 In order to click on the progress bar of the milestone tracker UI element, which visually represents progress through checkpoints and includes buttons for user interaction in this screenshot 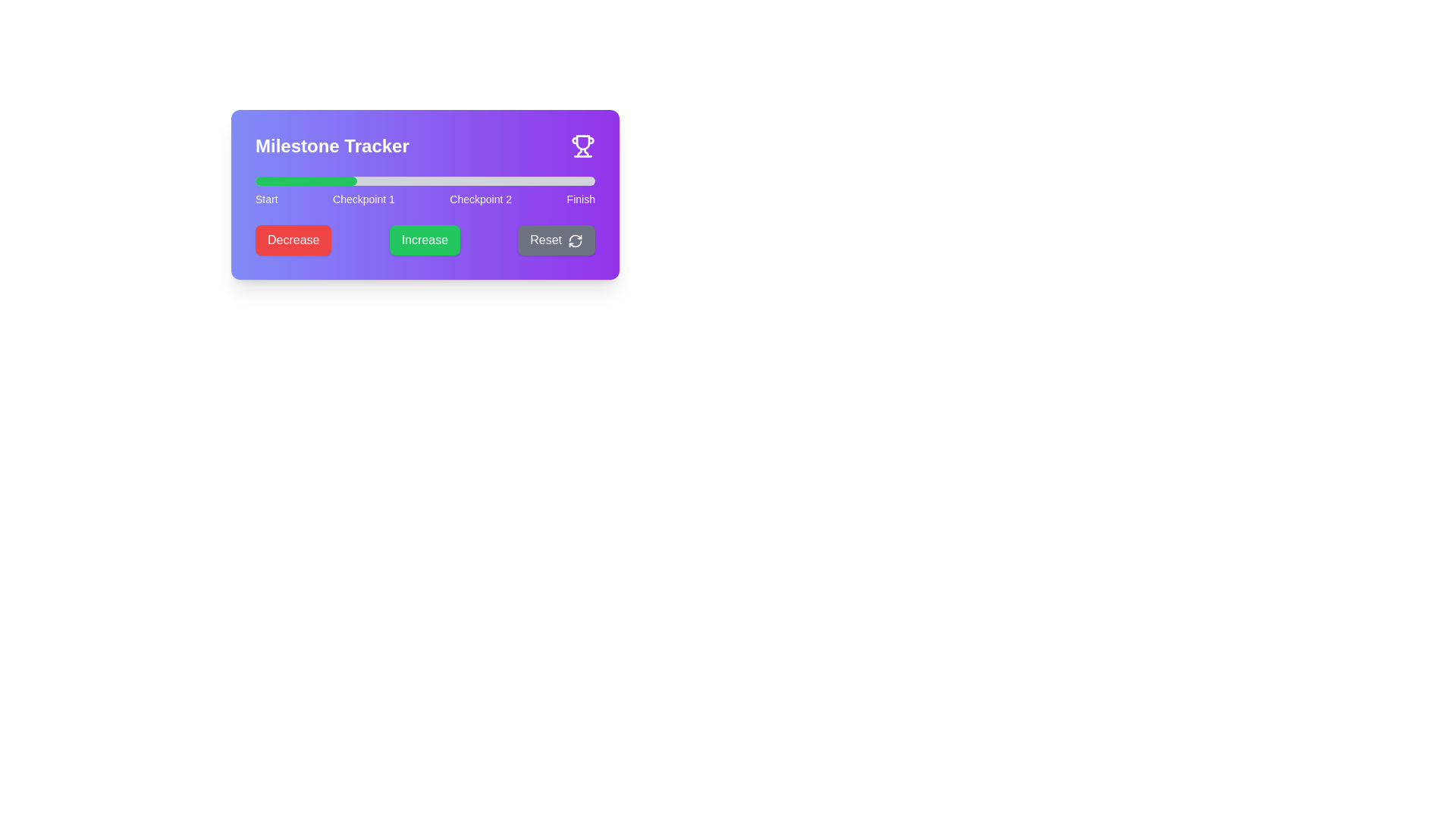, I will do `click(425, 194)`.